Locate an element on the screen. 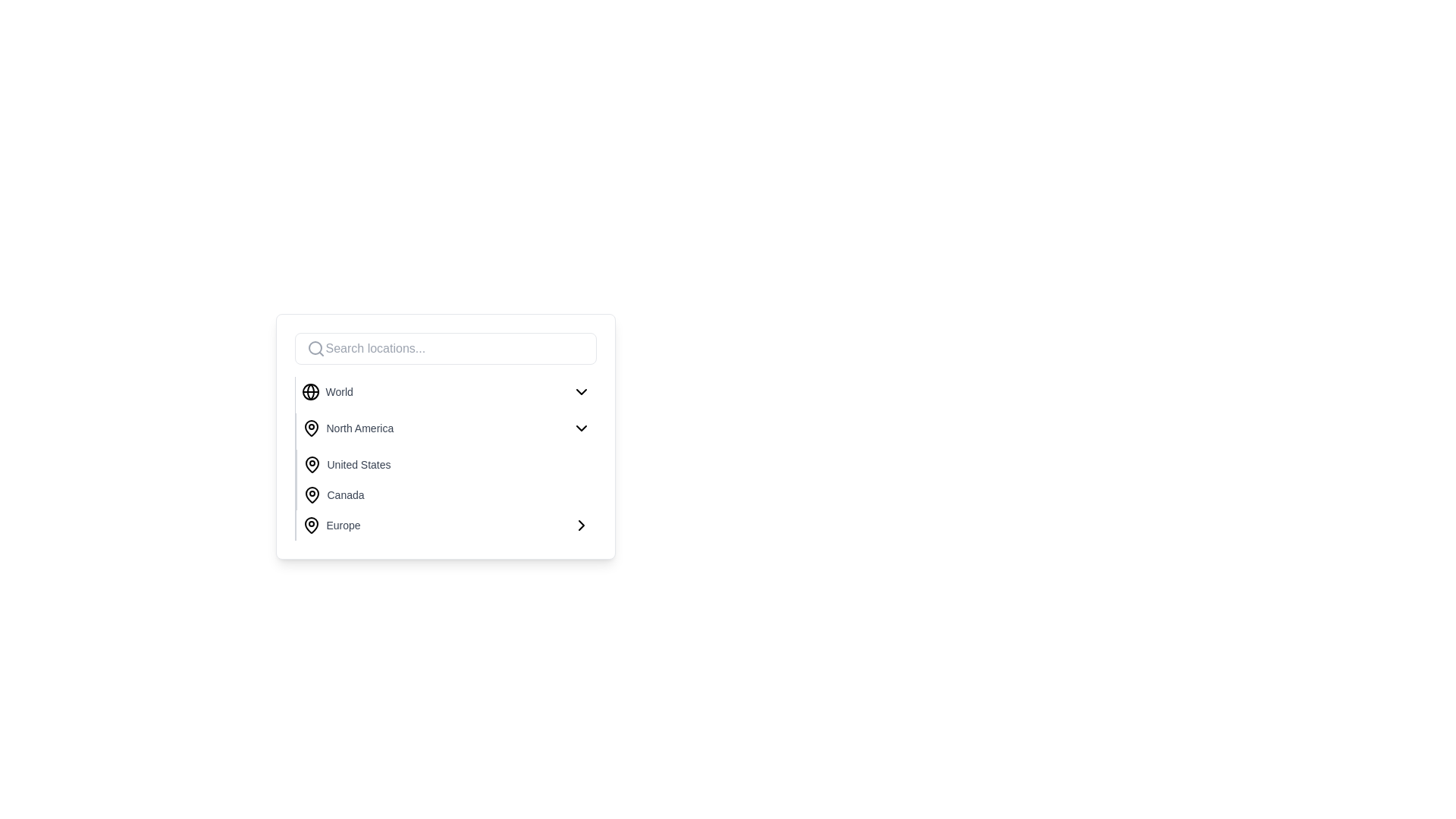 The height and width of the screenshot is (819, 1456). the 'Europe' menu item, which features a gray text label and a black outline location pin icon is located at coordinates (330, 525).